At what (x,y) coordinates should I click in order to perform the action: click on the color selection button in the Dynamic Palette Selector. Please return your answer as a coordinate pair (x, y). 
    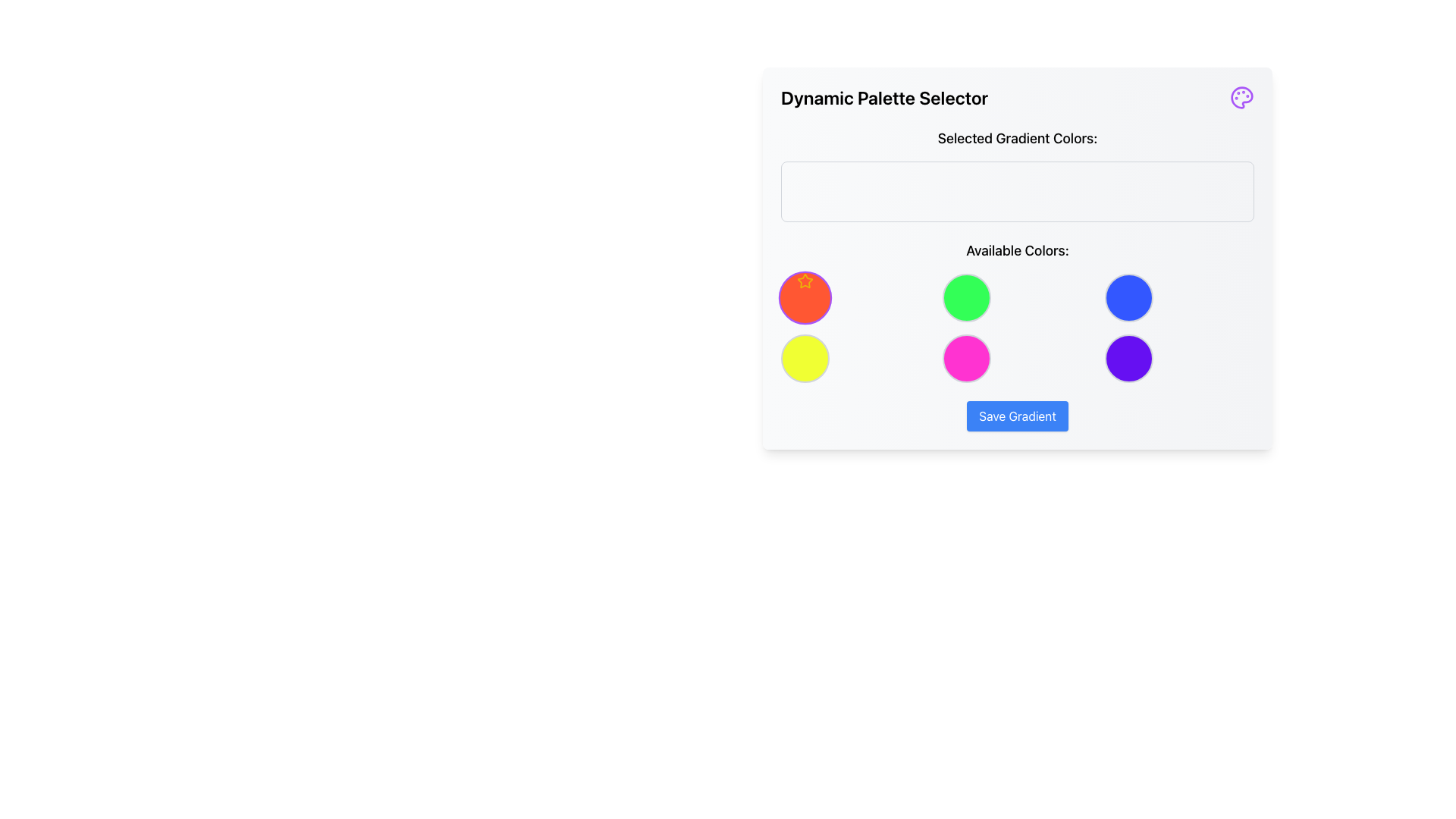
    Looking at the image, I should click on (804, 298).